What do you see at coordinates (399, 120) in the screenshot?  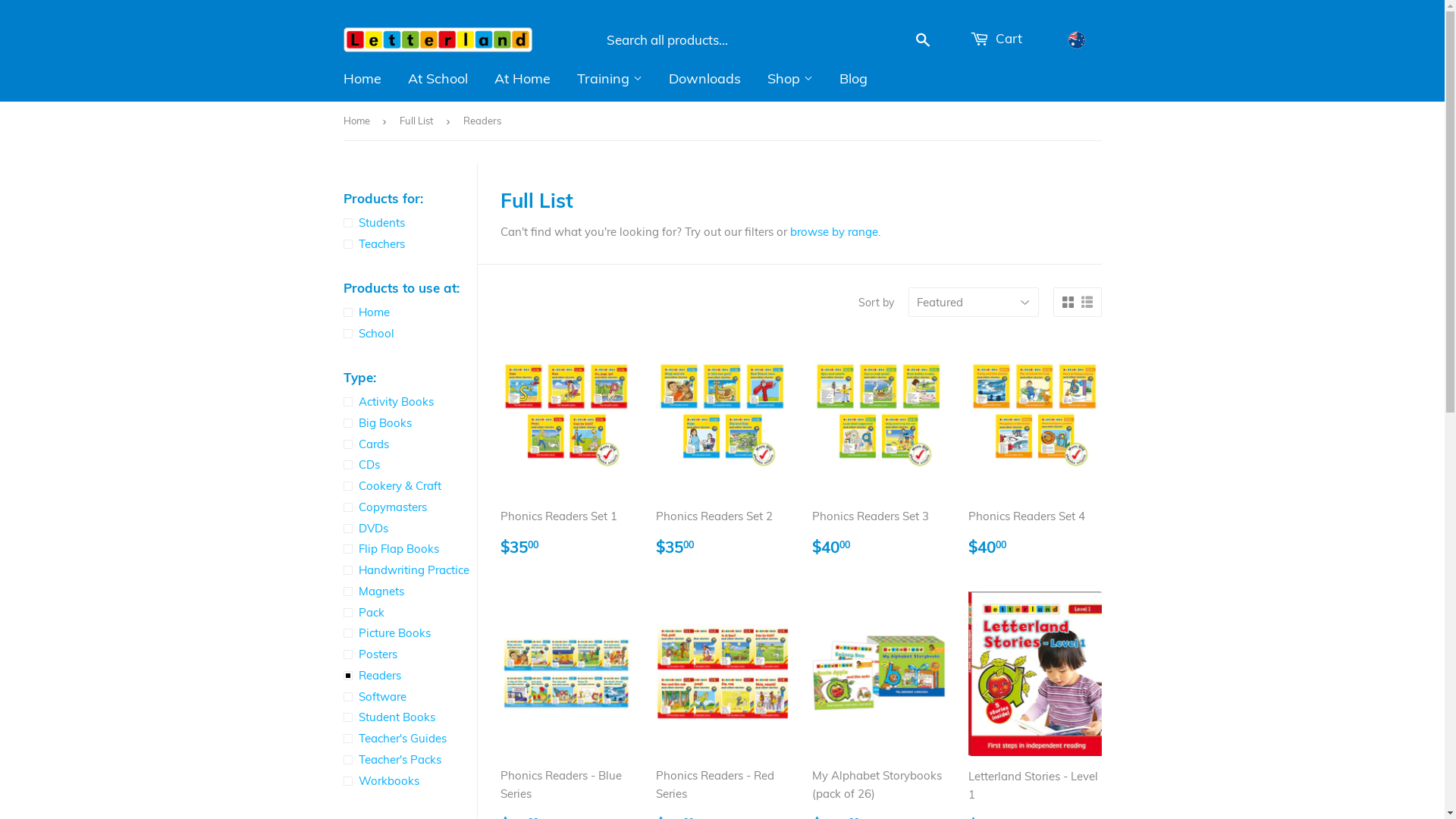 I see `'Full List'` at bounding box center [399, 120].